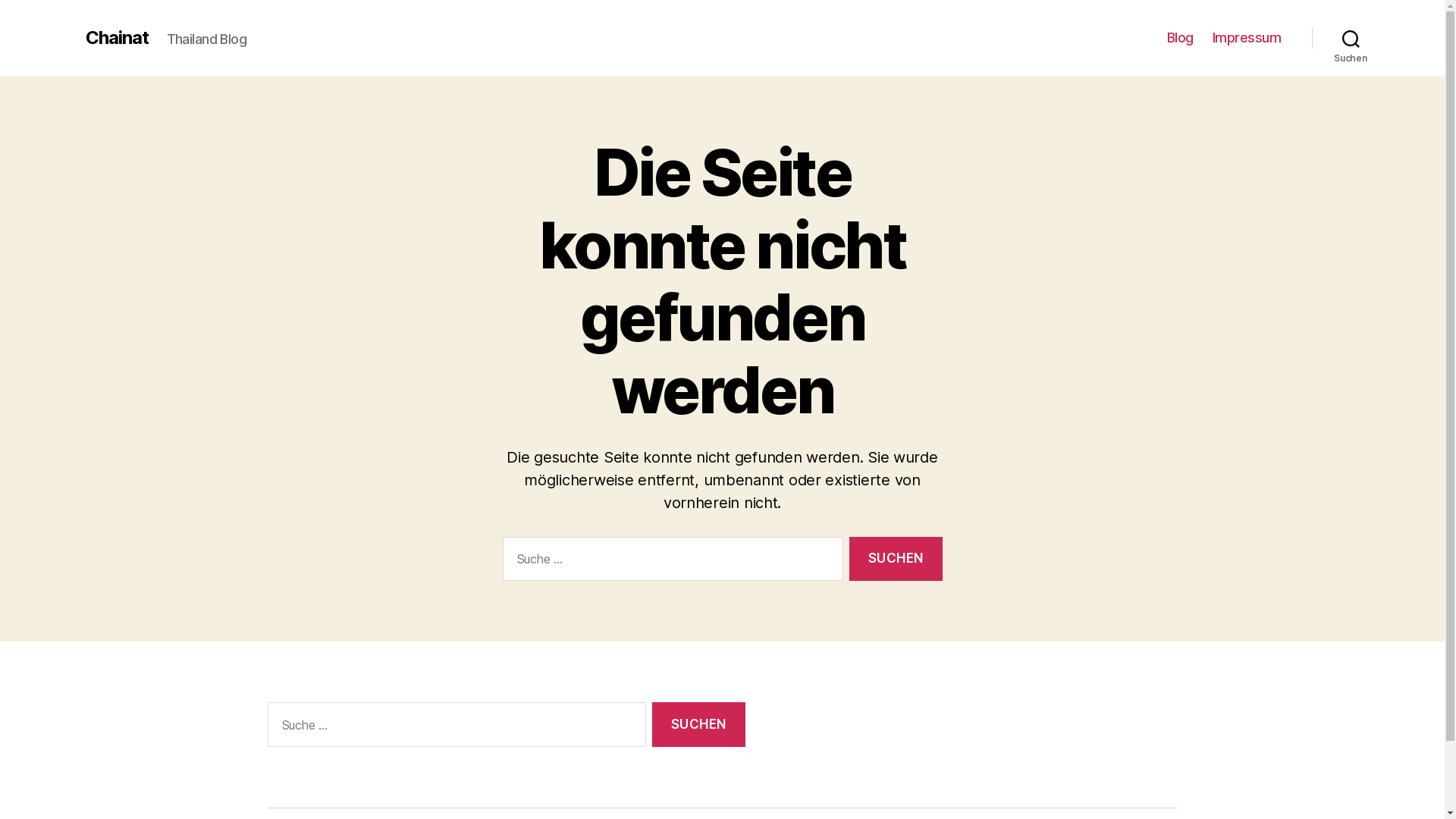 The height and width of the screenshot is (819, 1456). I want to click on 'Chainat', so click(115, 37).